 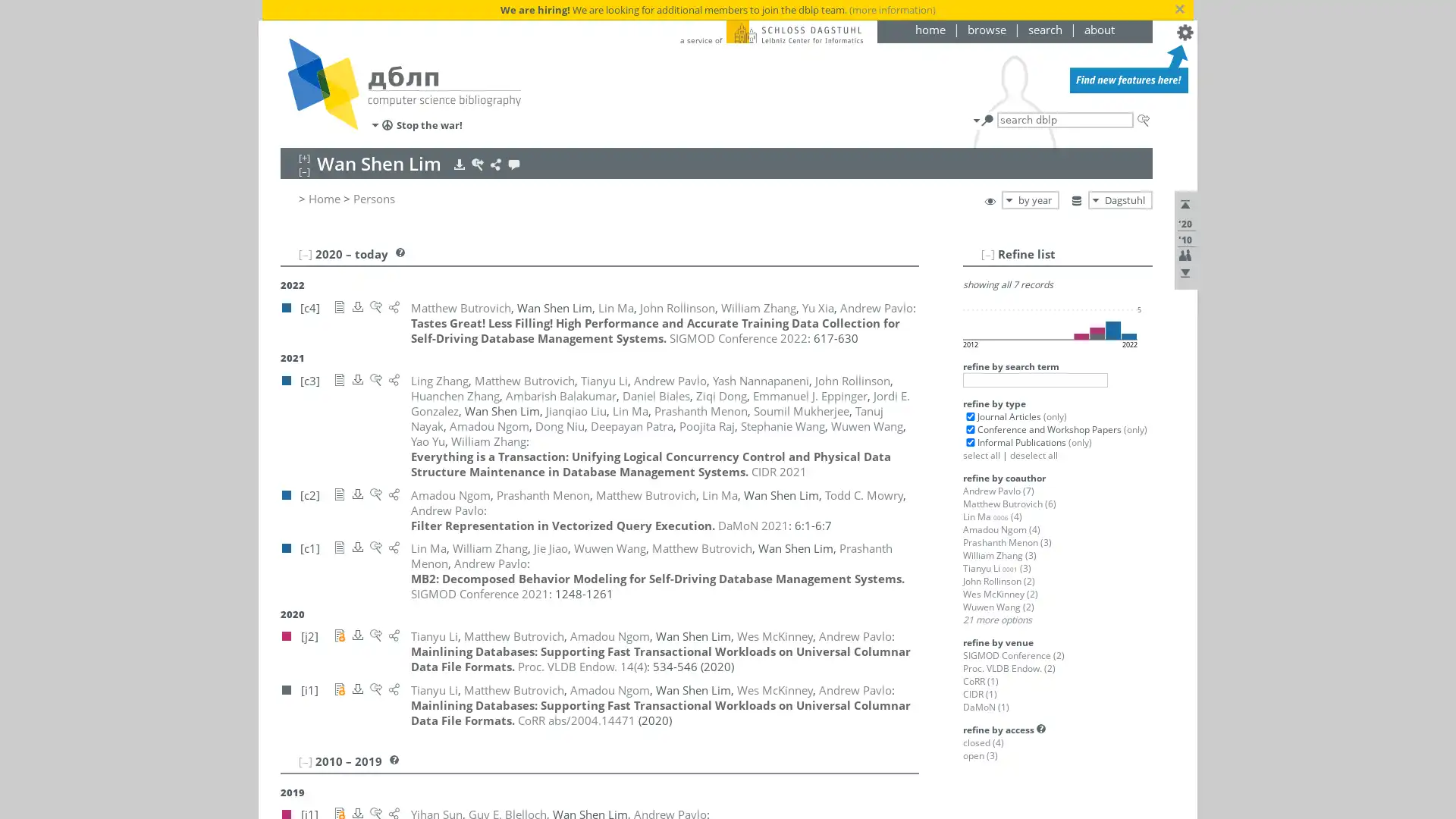 What do you see at coordinates (1134, 429) in the screenshot?
I see `(only)` at bounding box center [1134, 429].